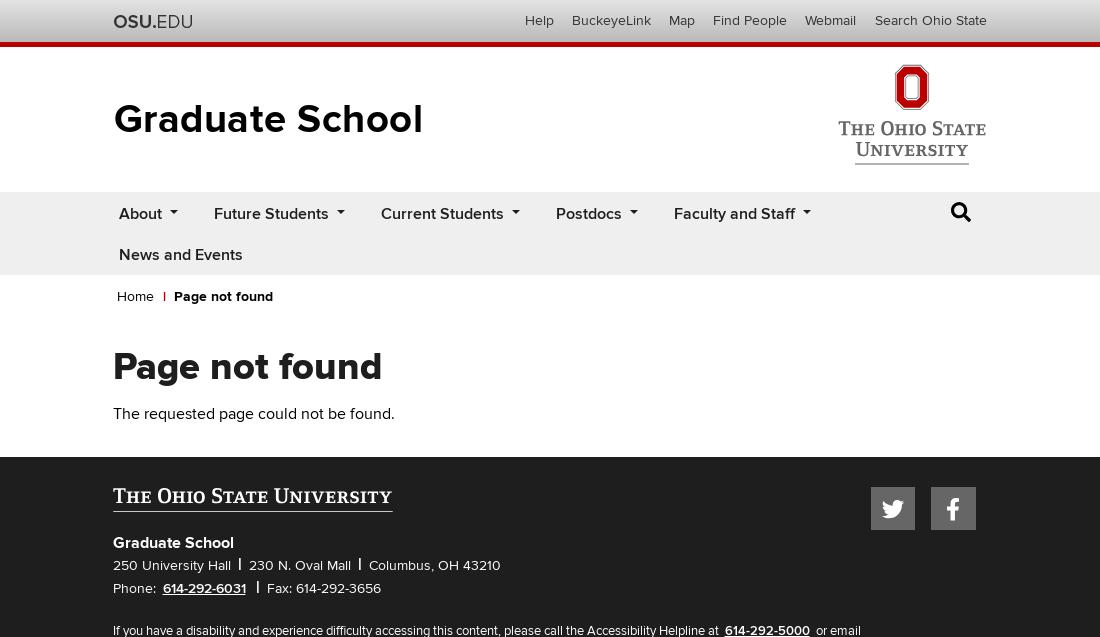 This screenshot has height=637, width=1100. Describe the element at coordinates (299, 564) in the screenshot. I see `'230 N. Oval Mall'` at that location.